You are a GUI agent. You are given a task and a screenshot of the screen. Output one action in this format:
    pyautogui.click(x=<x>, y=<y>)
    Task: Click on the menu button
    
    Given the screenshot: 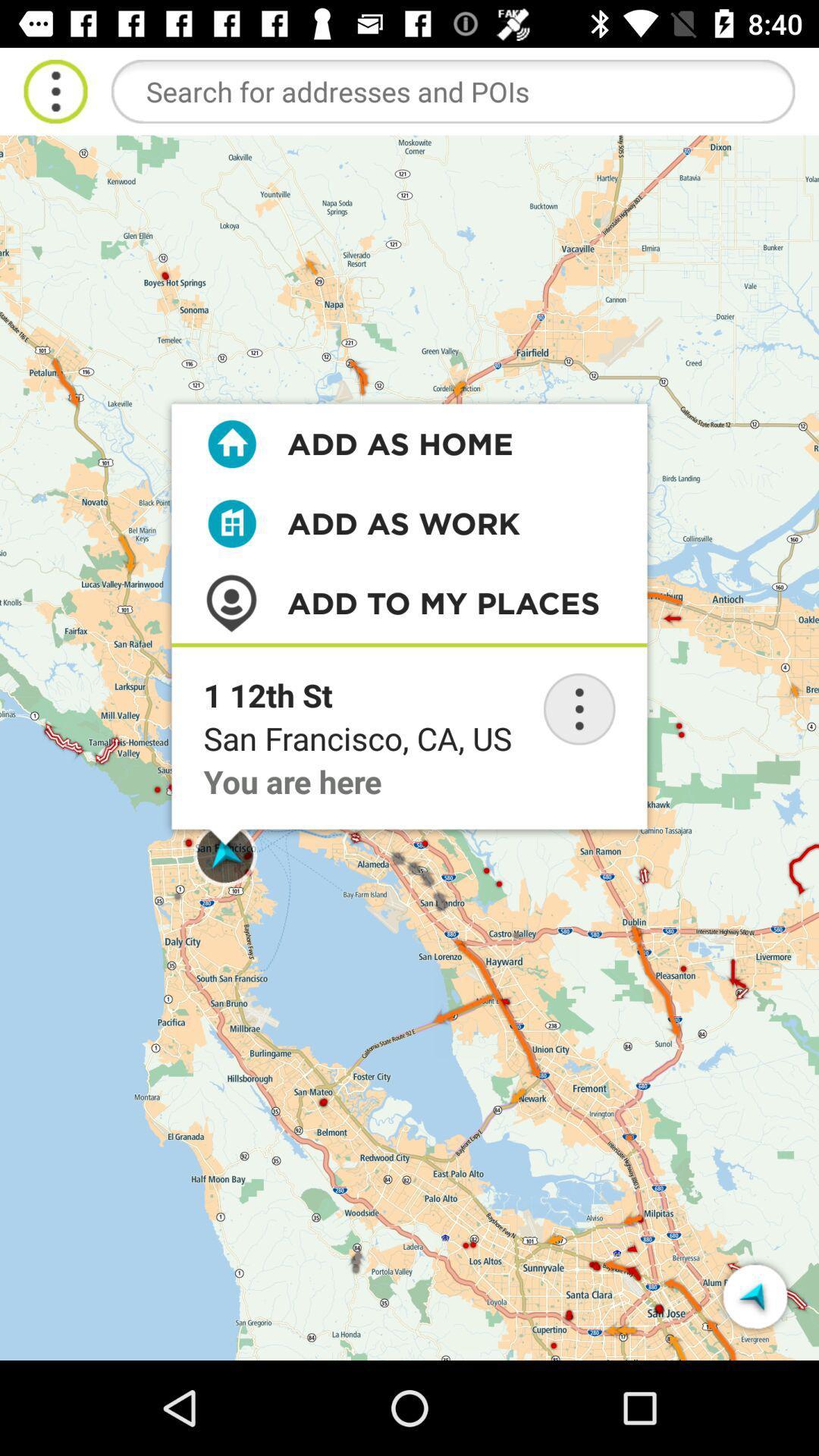 What is the action you would take?
    pyautogui.click(x=579, y=708)
    